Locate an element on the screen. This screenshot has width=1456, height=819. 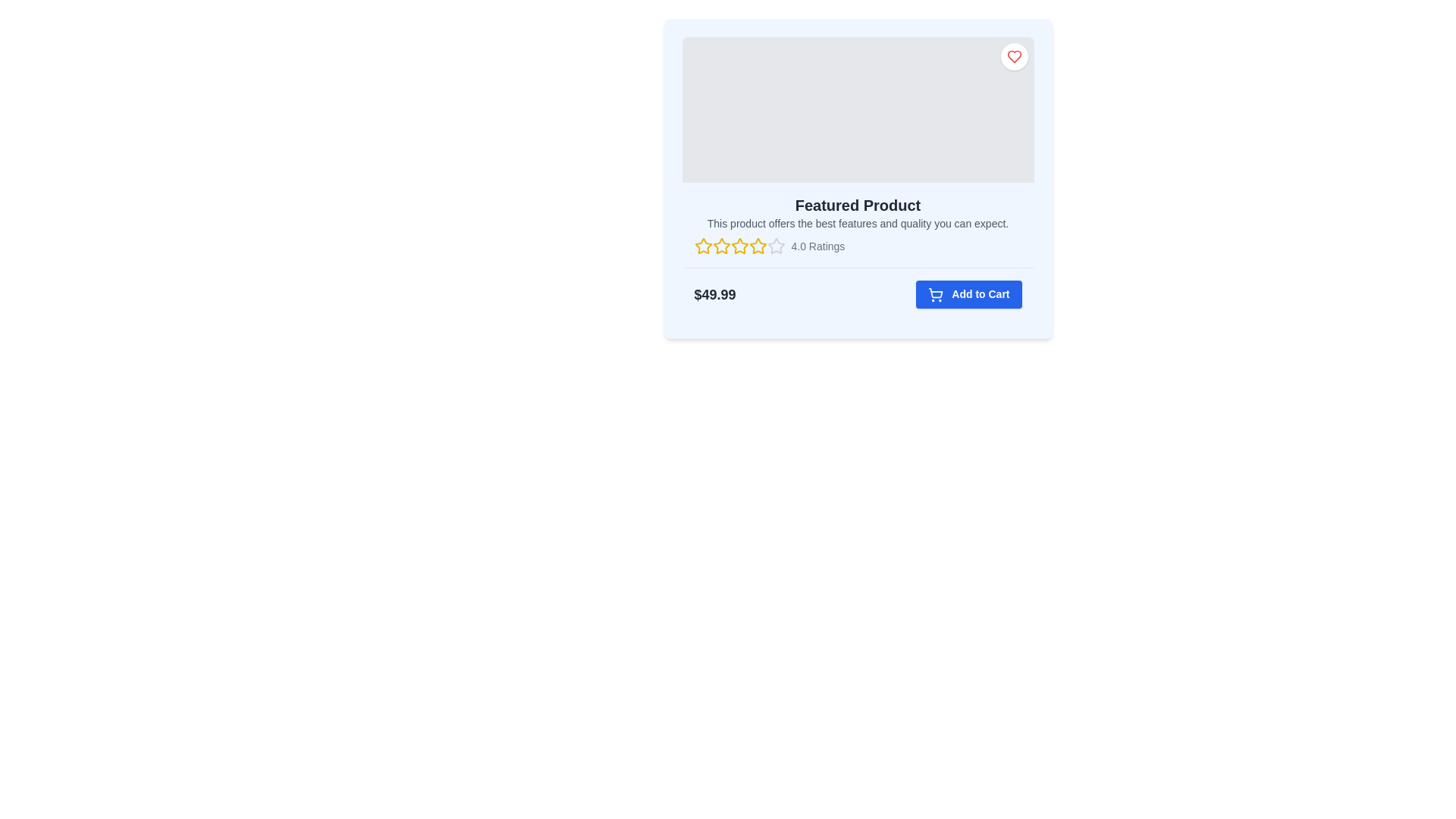
the 'like' or 'favorite' button located at the top-right corner of the product section is located at coordinates (1014, 55).